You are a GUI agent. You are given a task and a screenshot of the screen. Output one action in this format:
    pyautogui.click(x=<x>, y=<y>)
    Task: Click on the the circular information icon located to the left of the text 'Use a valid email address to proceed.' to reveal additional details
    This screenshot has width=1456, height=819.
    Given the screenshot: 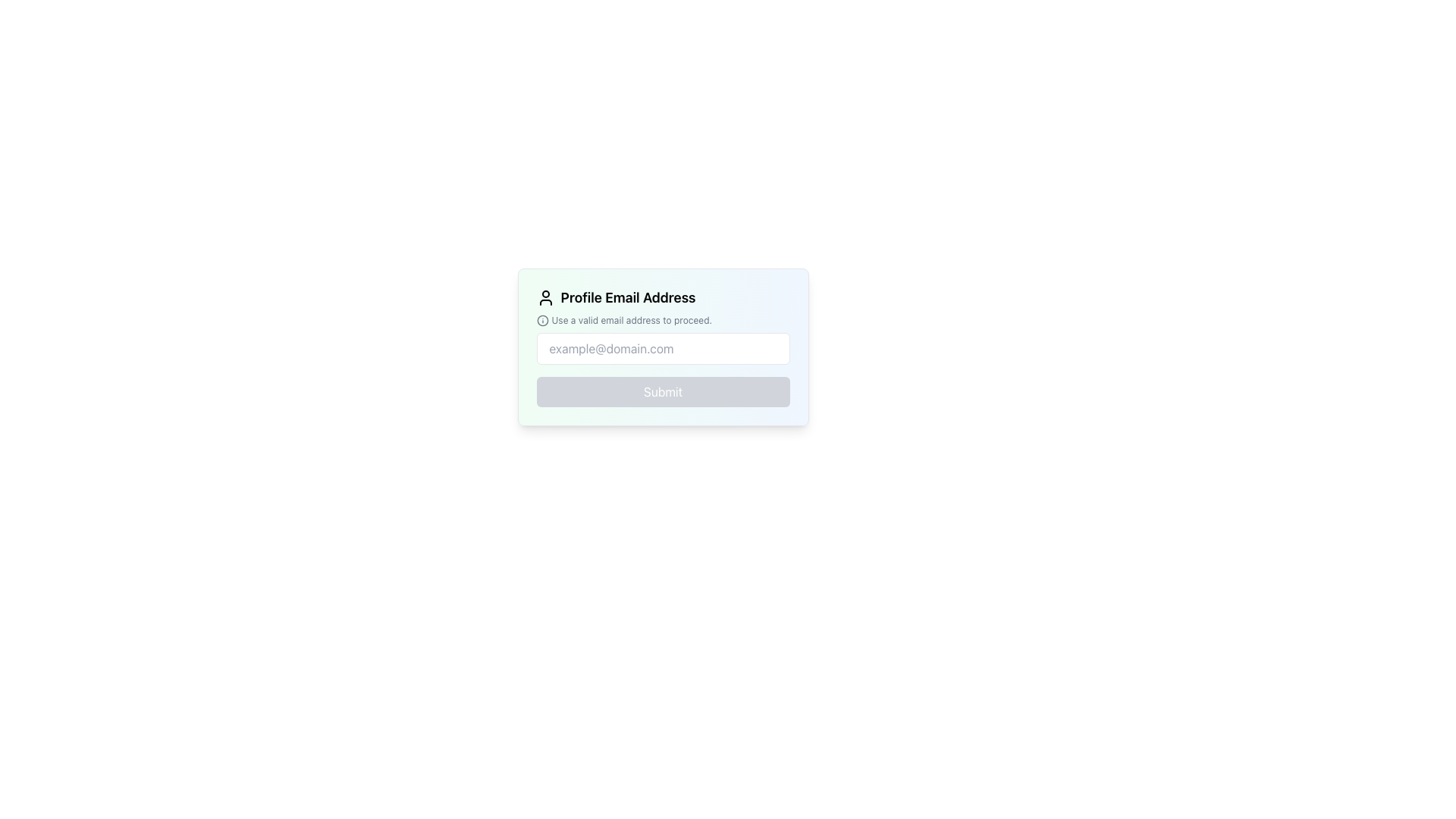 What is the action you would take?
    pyautogui.click(x=542, y=320)
    